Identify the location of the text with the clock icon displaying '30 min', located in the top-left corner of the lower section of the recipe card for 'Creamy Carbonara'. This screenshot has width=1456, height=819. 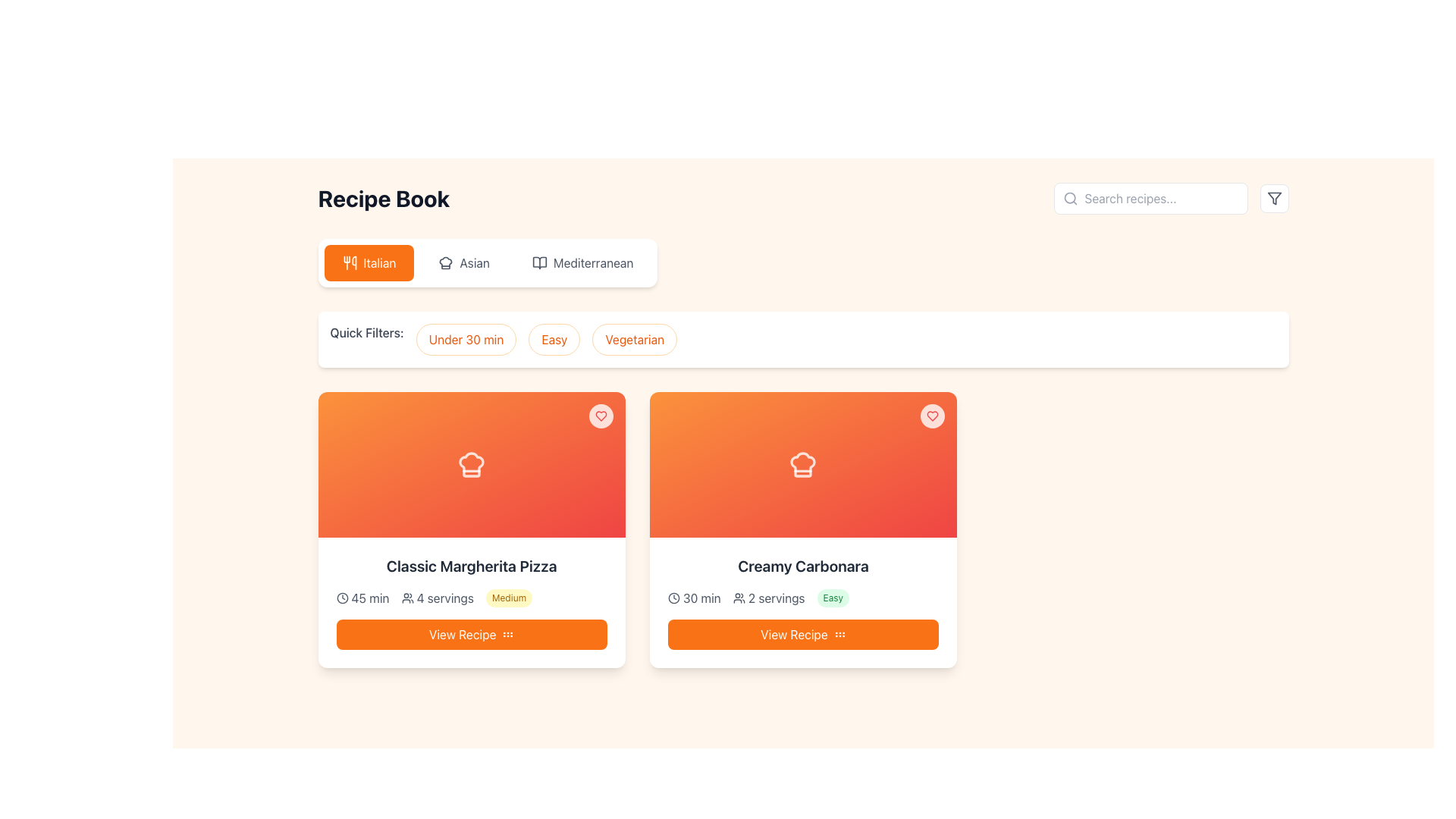
(693, 598).